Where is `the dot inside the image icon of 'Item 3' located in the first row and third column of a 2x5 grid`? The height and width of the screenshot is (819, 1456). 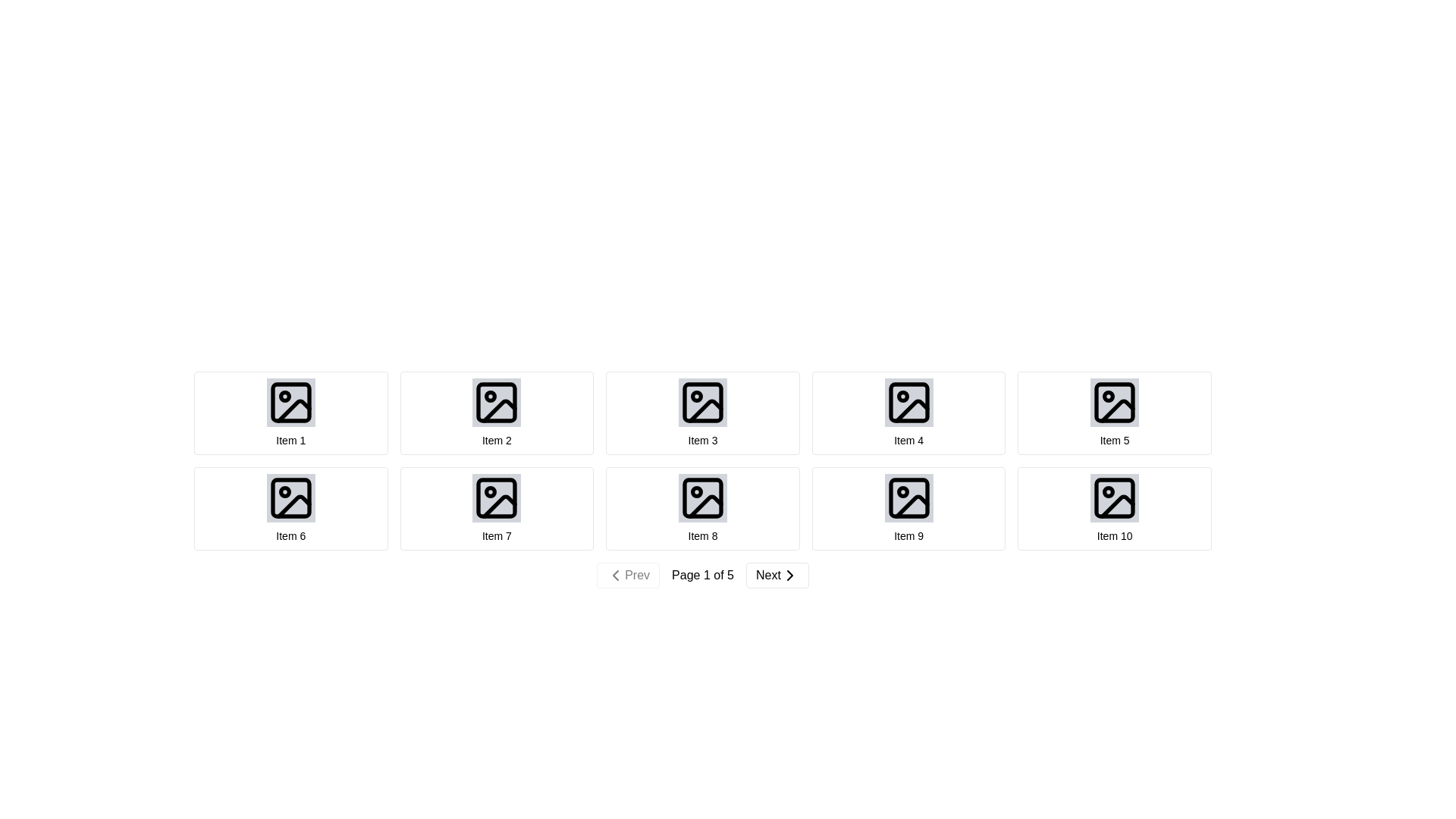 the dot inside the image icon of 'Item 3' located in the first row and third column of a 2x5 grid is located at coordinates (695, 396).